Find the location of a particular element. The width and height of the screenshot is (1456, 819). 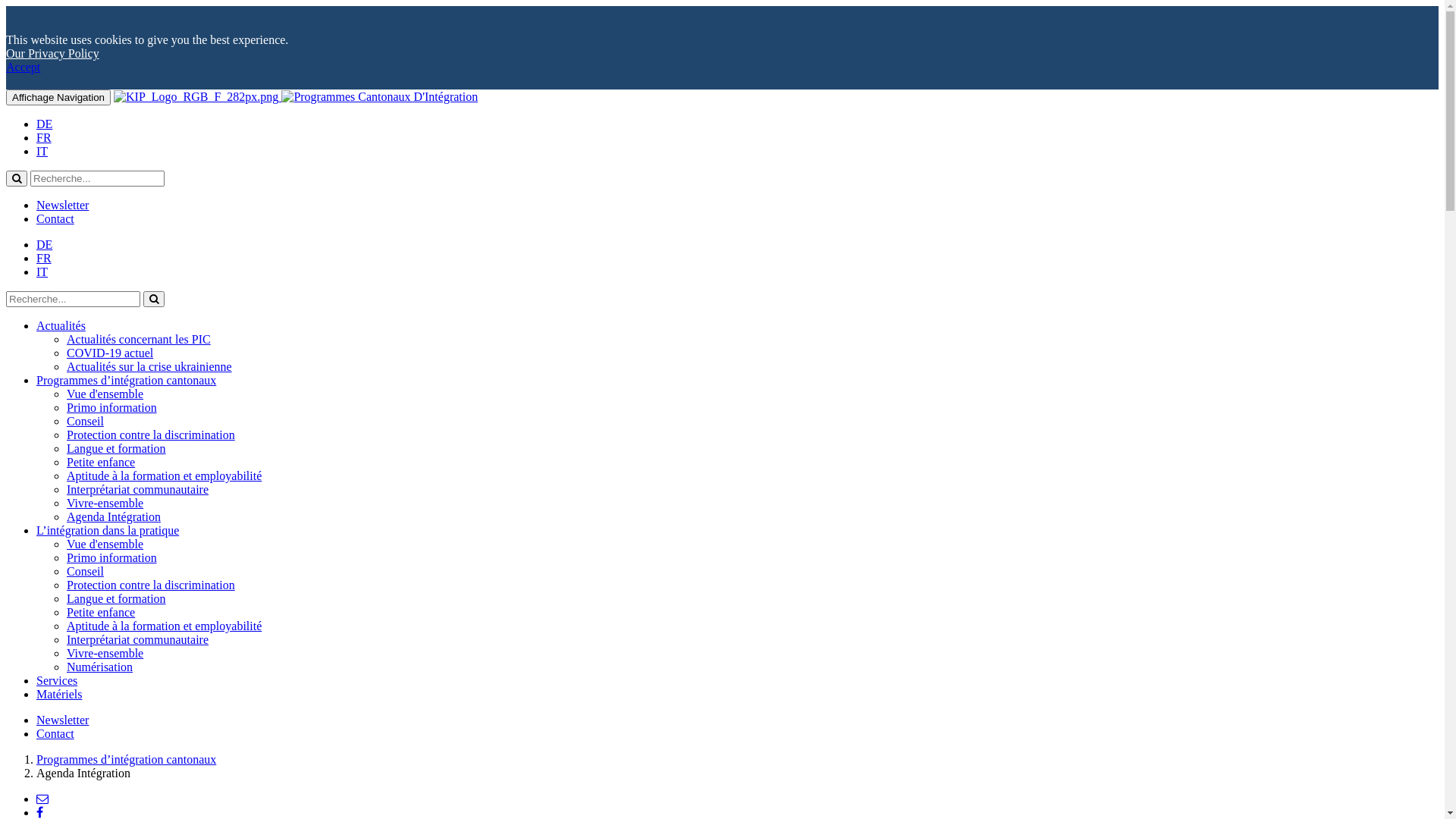

'Our Privacy Policy' is located at coordinates (52, 52).